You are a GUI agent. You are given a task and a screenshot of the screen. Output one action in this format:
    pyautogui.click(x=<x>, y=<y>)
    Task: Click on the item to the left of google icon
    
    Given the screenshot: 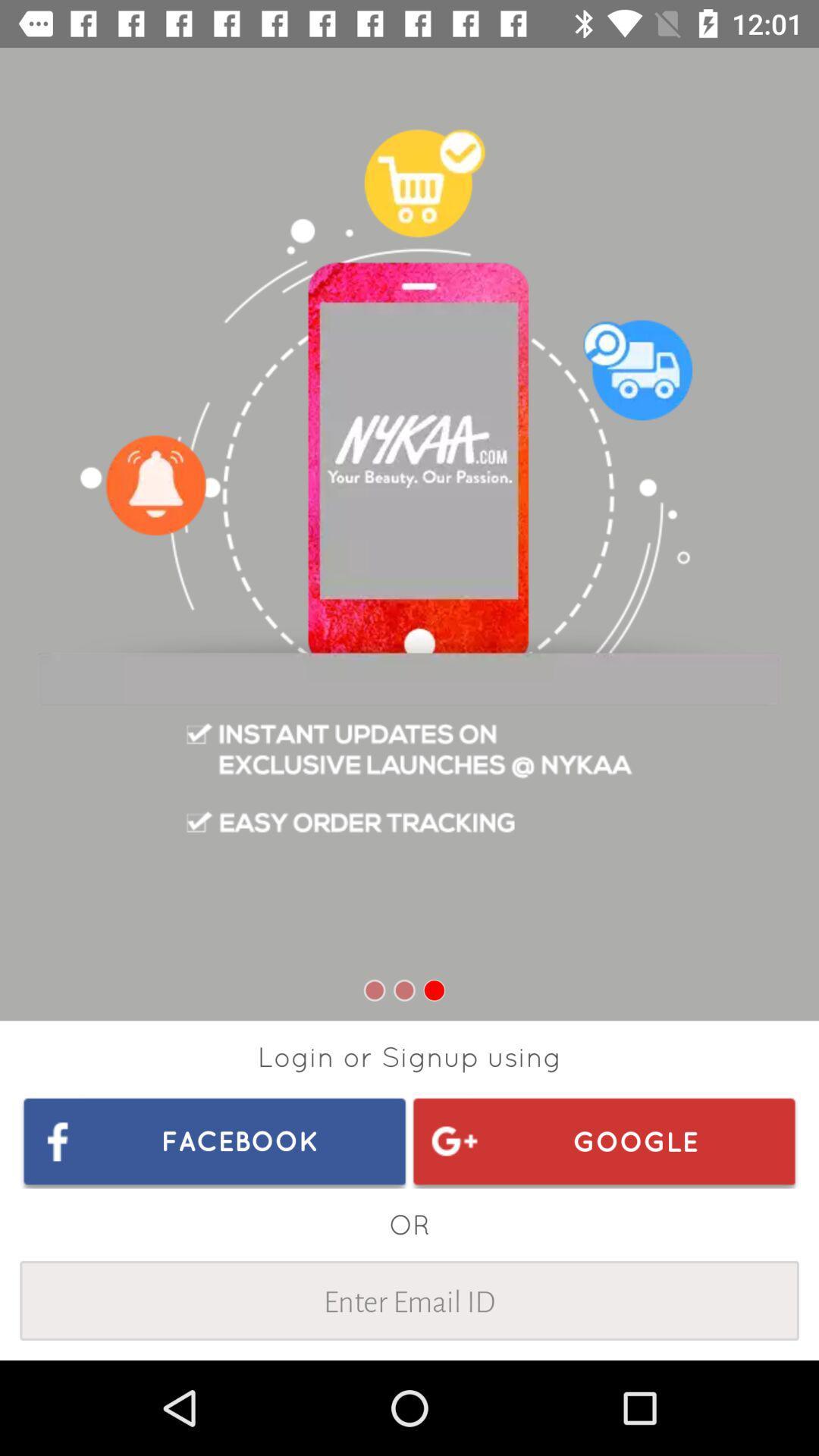 What is the action you would take?
    pyautogui.click(x=215, y=1141)
    